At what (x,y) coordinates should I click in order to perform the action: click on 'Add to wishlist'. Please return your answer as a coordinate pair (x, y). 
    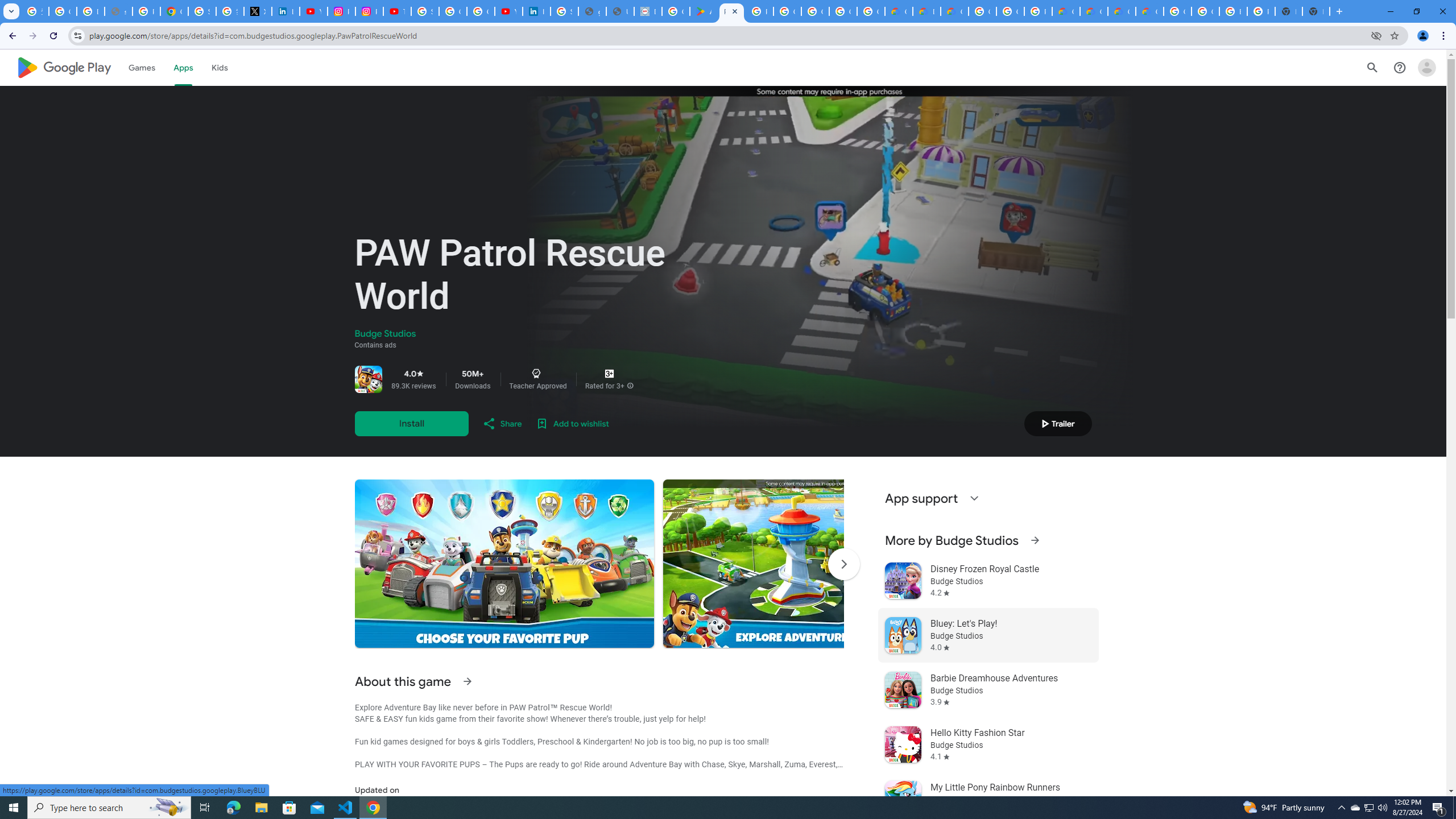
    Looking at the image, I should click on (572, 423).